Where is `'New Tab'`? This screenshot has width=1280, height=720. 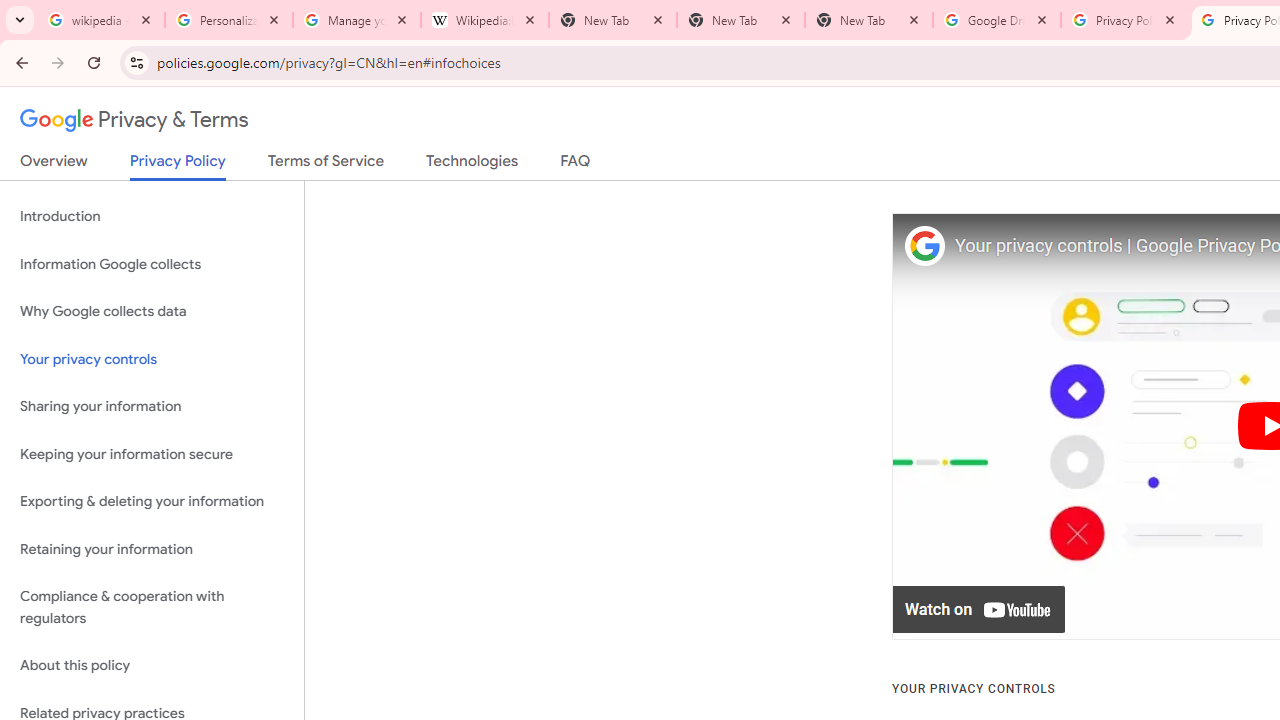 'New Tab' is located at coordinates (869, 20).